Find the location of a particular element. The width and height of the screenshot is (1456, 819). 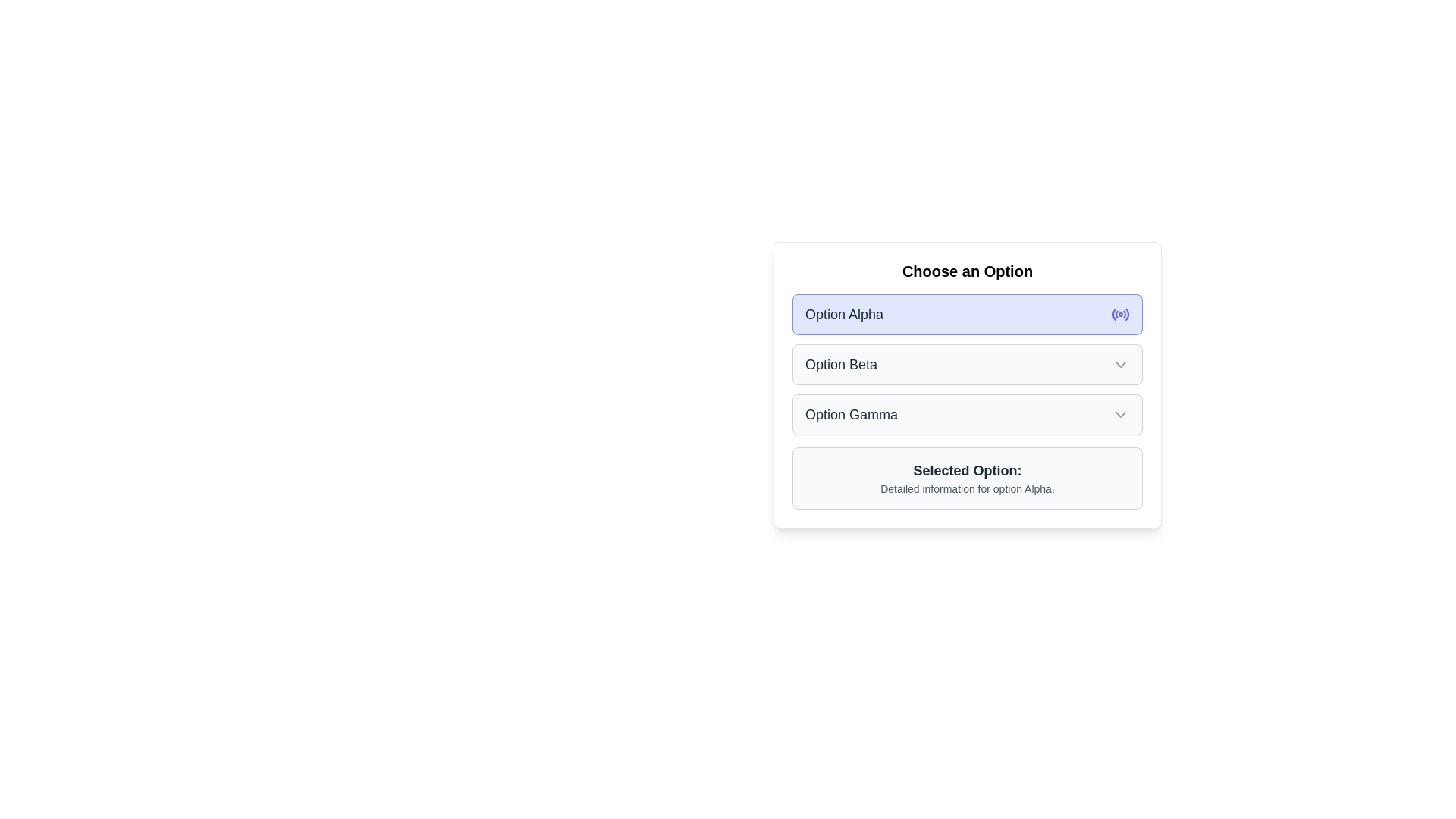

the centered text heading that reads 'Choose an Option', which is styled with a bold appearance and extra-large font size, located at the upper section of a card layout is located at coordinates (967, 271).